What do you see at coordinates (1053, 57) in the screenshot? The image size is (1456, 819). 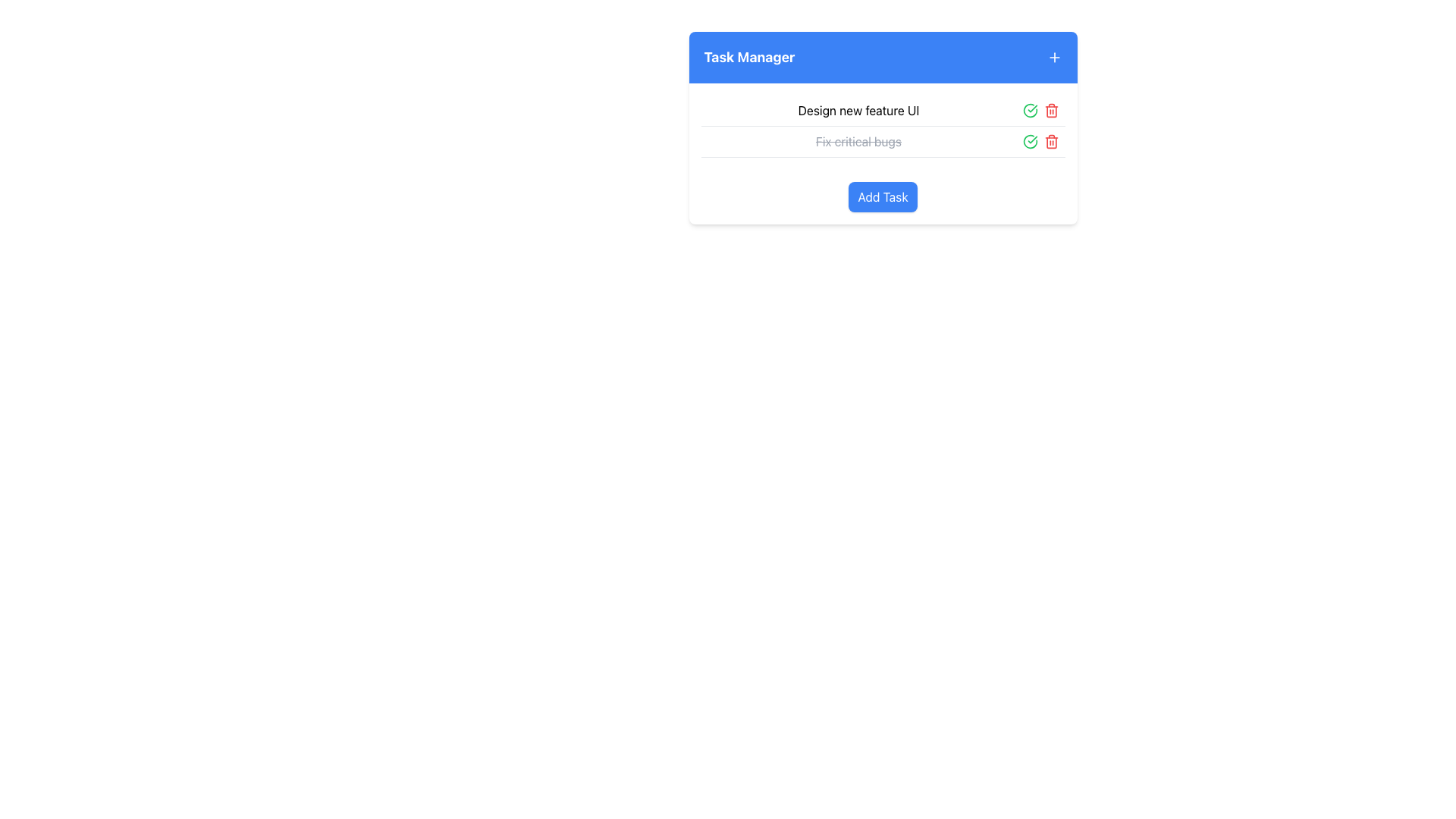 I see `the plus-shaped icon located on the rightmost side of the blue header bar labeled 'Task Manager'` at bounding box center [1053, 57].